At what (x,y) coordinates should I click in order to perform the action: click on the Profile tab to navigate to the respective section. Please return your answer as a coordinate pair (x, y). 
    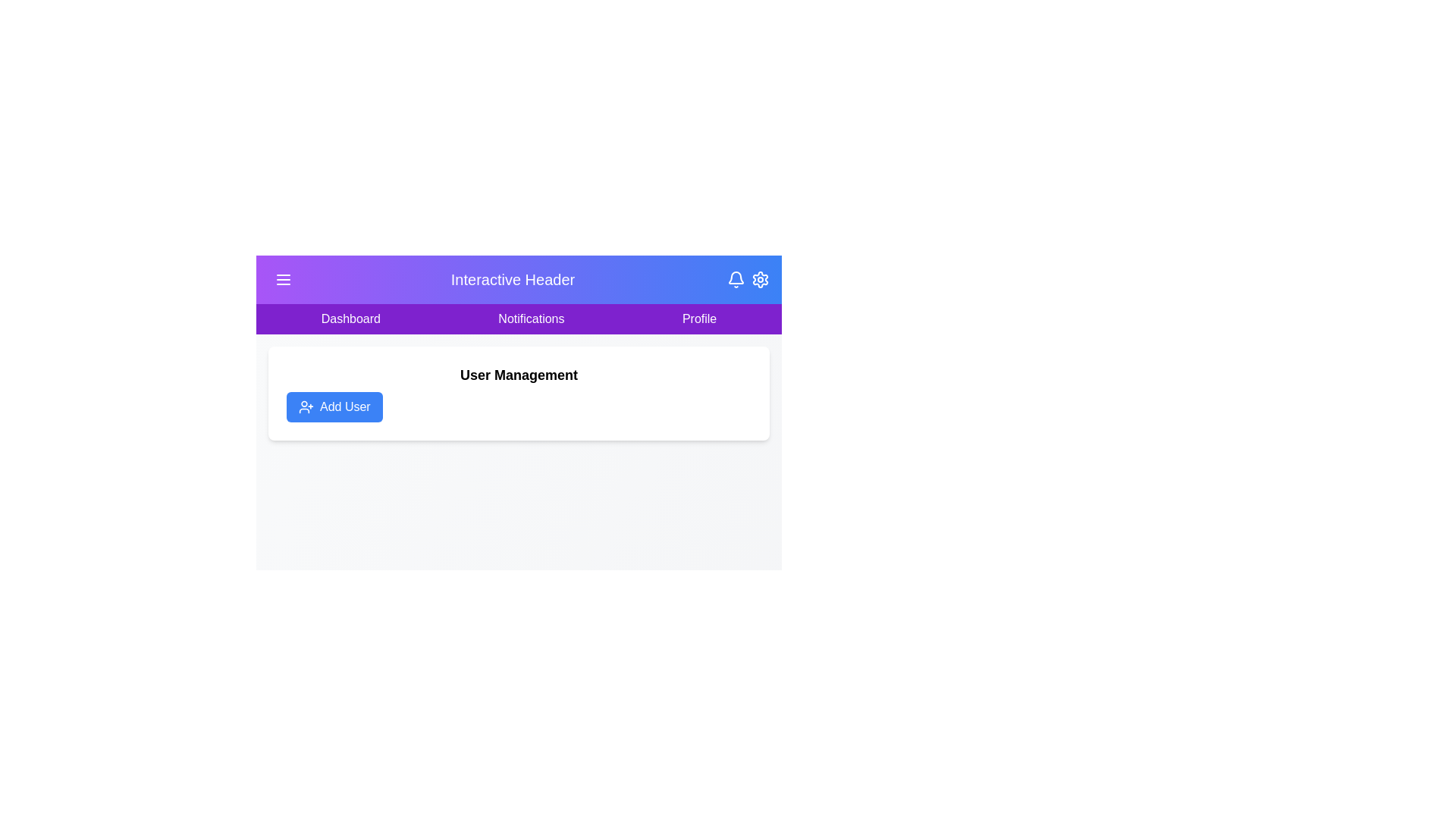
    Looking at the image, I should click on (698, 318).